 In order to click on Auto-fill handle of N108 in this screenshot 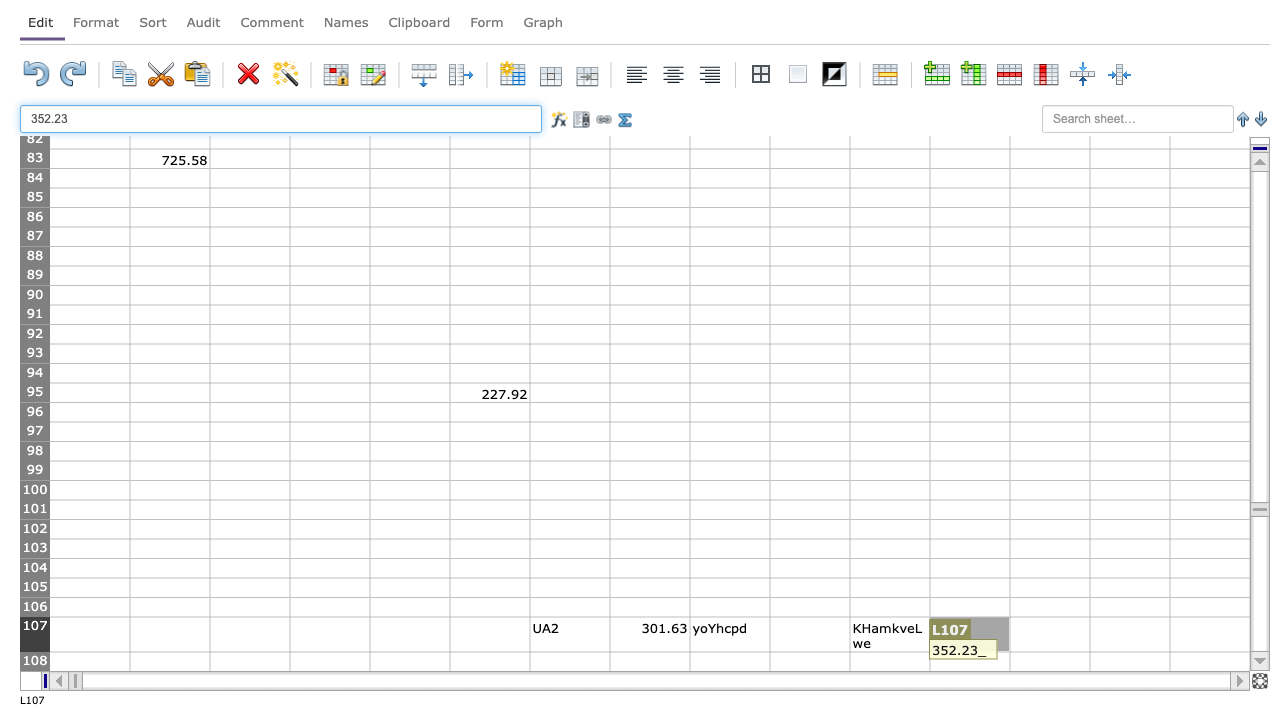, I will do `click(1170, 671)`.